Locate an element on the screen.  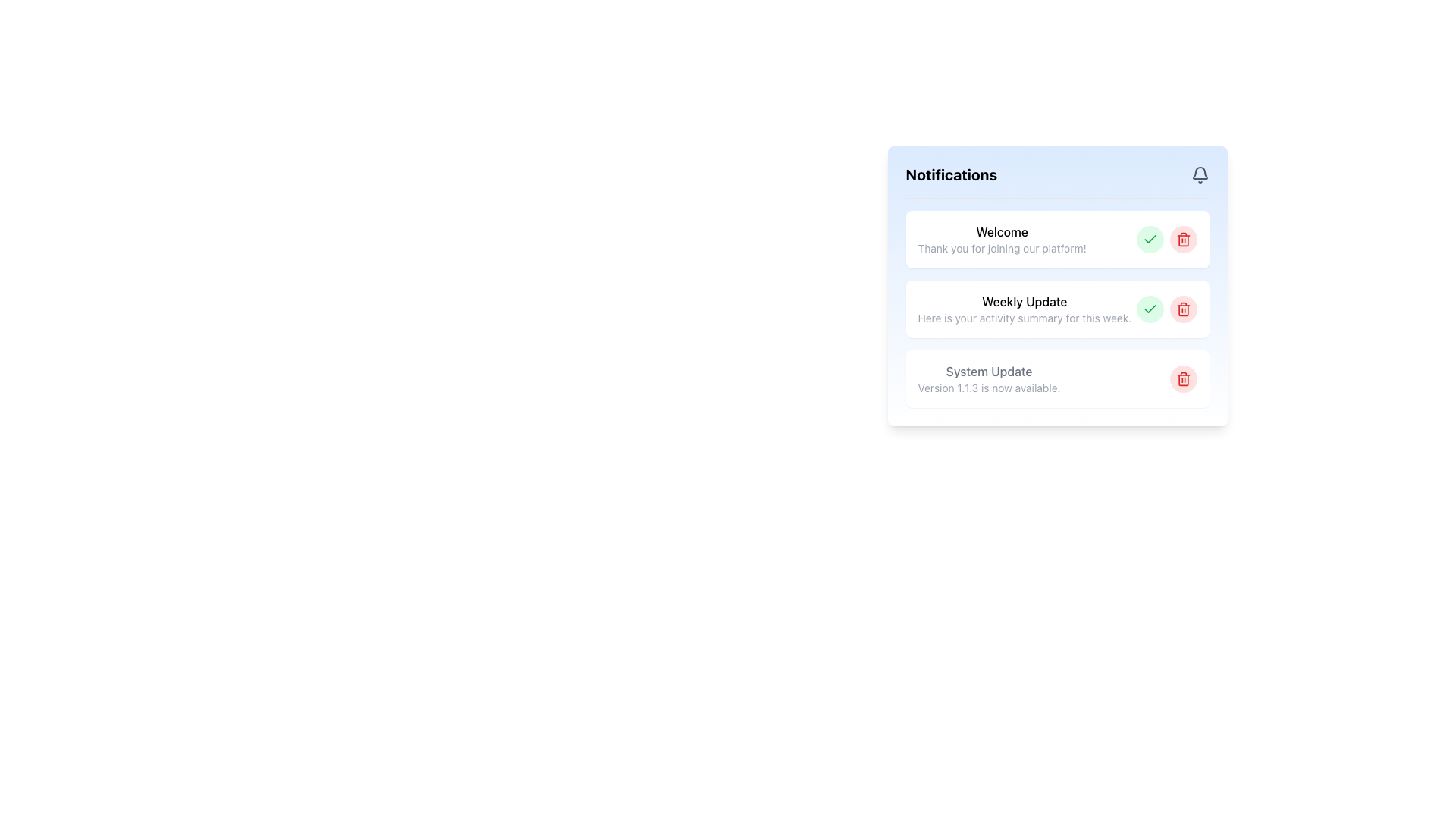
the trash icon button in the upper-right corner of the 'Welcome' notification card is located at coordinates (1182, 239).